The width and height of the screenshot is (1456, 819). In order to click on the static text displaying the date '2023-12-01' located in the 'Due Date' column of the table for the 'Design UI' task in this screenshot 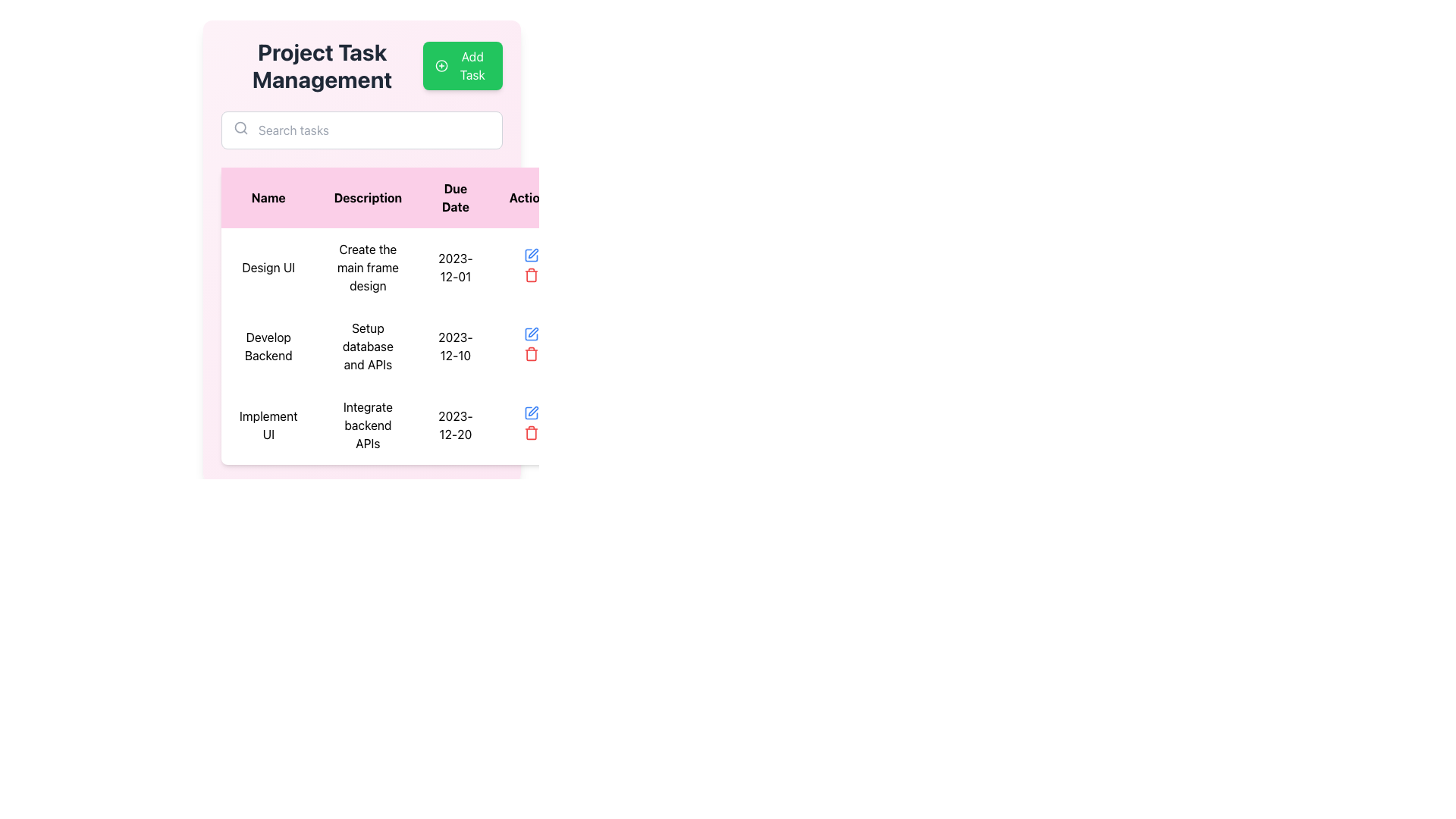, I will do `click(454, 267)`.